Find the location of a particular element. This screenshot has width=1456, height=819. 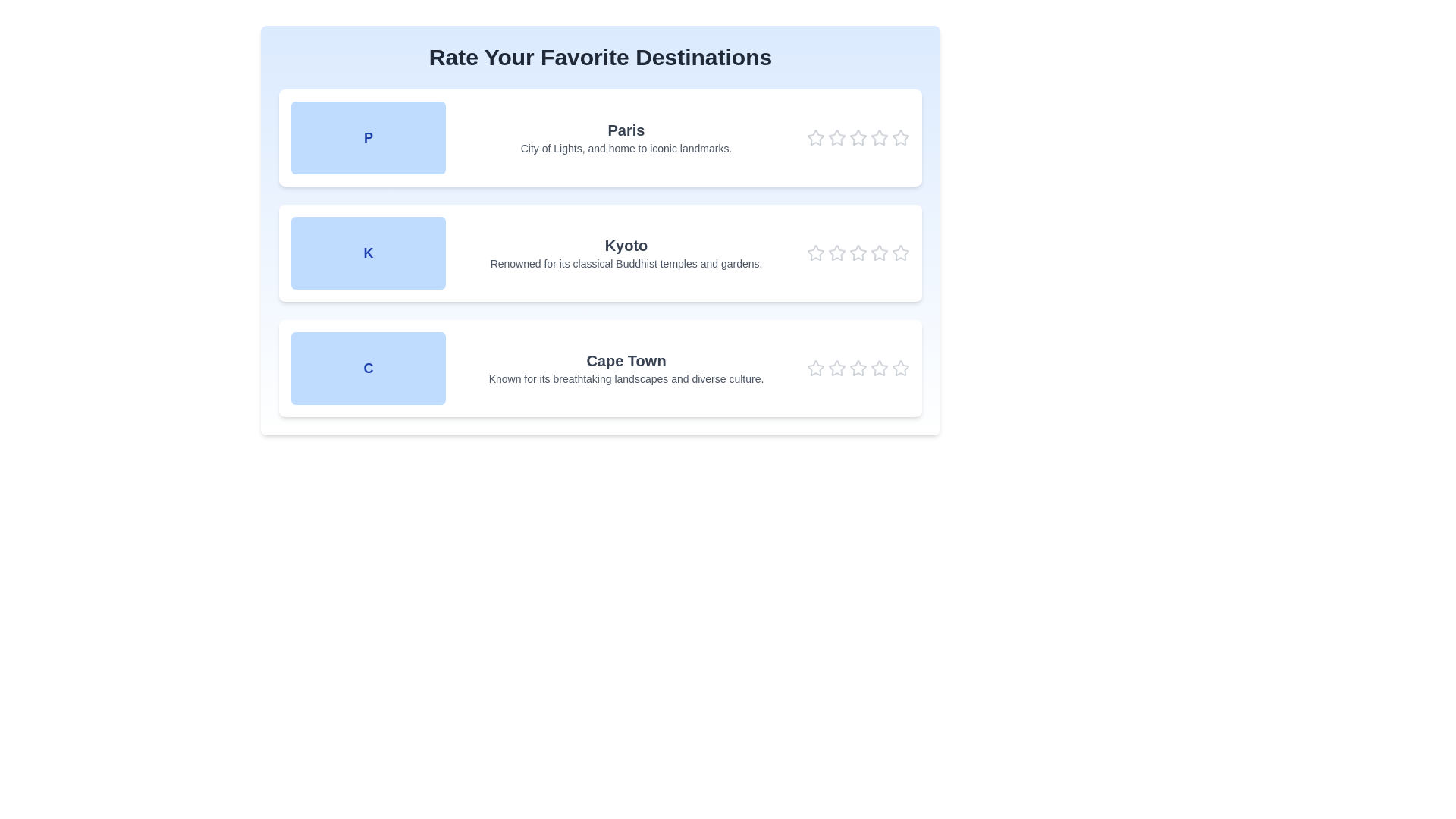

the first star icon in the rating section is located at coordinates (814, 137).